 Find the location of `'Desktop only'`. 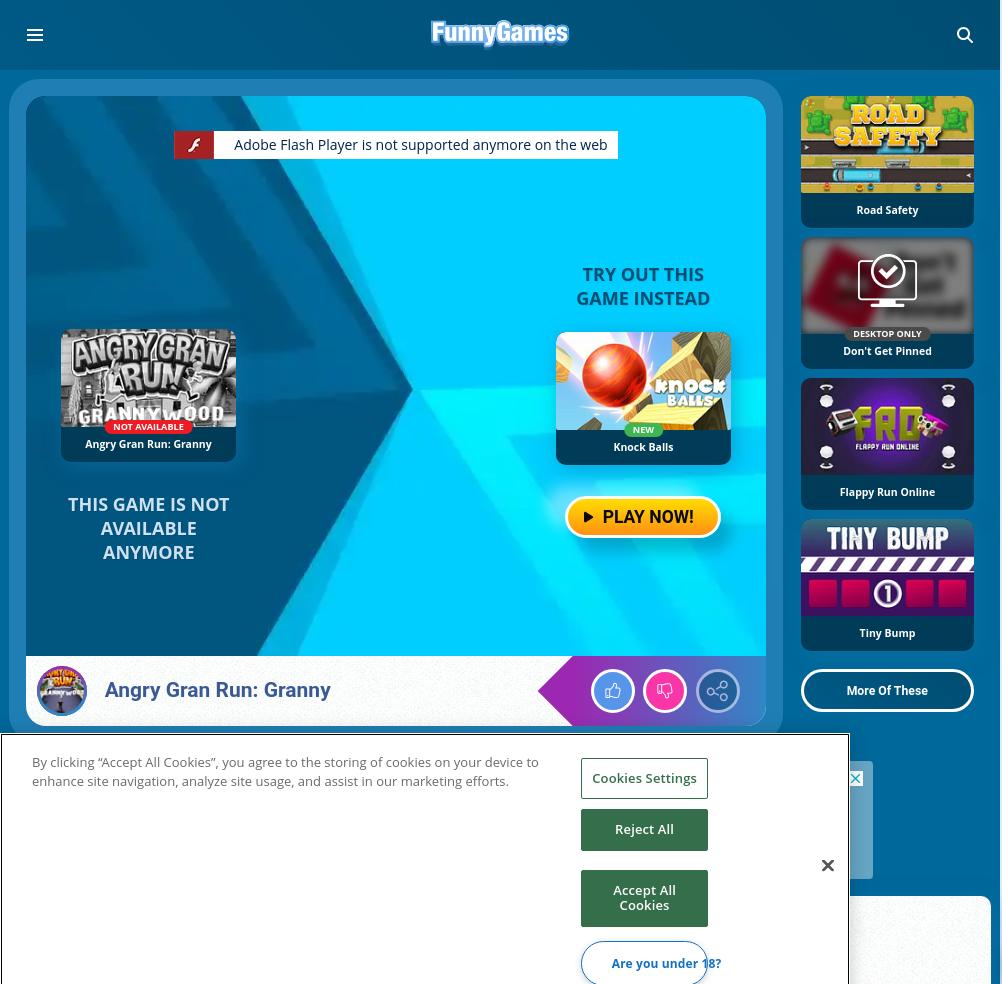

'Desktop only' is located at coordinates (886, 332).